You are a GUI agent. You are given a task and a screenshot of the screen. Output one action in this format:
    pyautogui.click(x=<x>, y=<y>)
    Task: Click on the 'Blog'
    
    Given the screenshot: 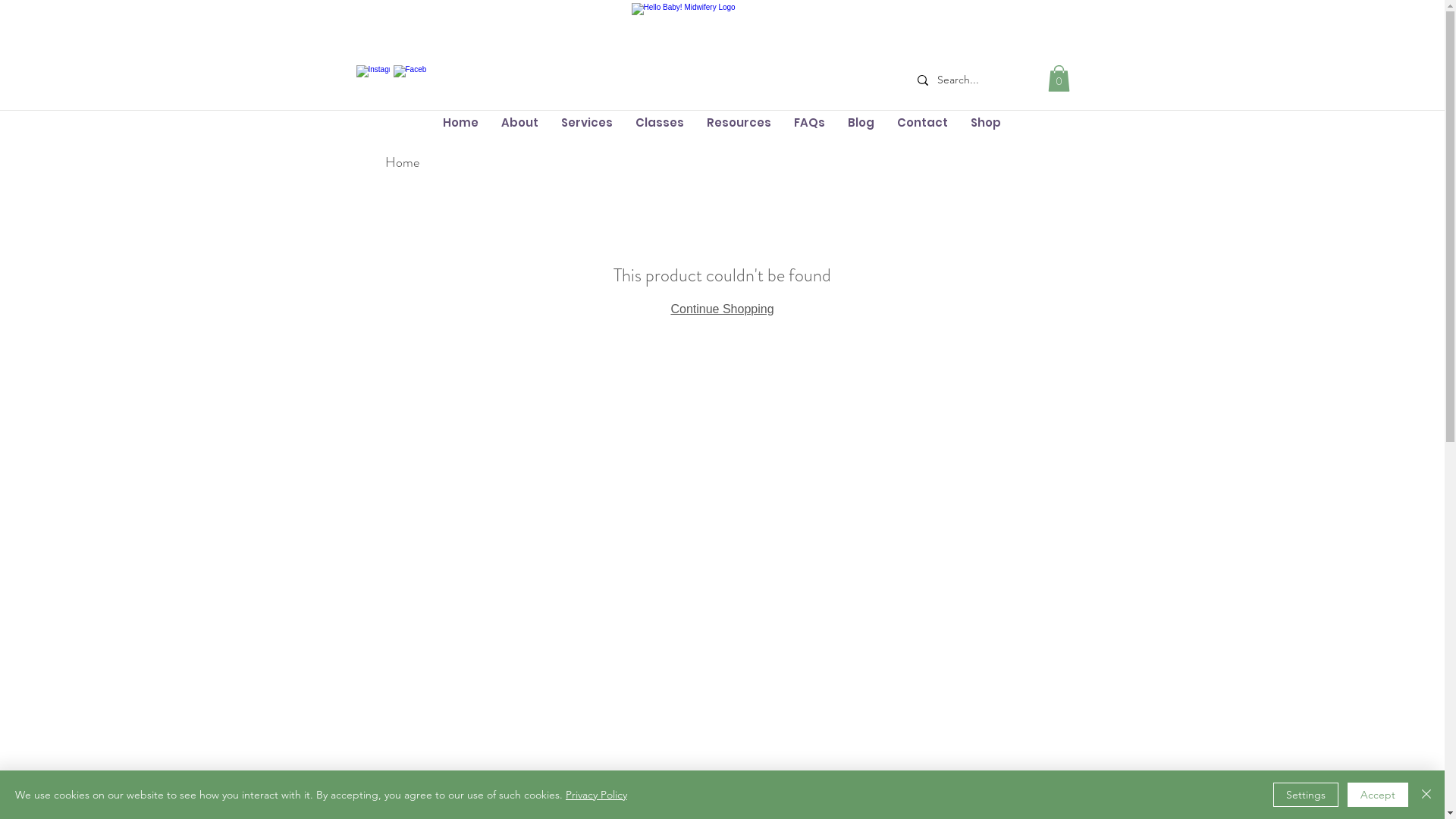 What is the action you would take?
    pyautogui.click(x=860, y=121)
    